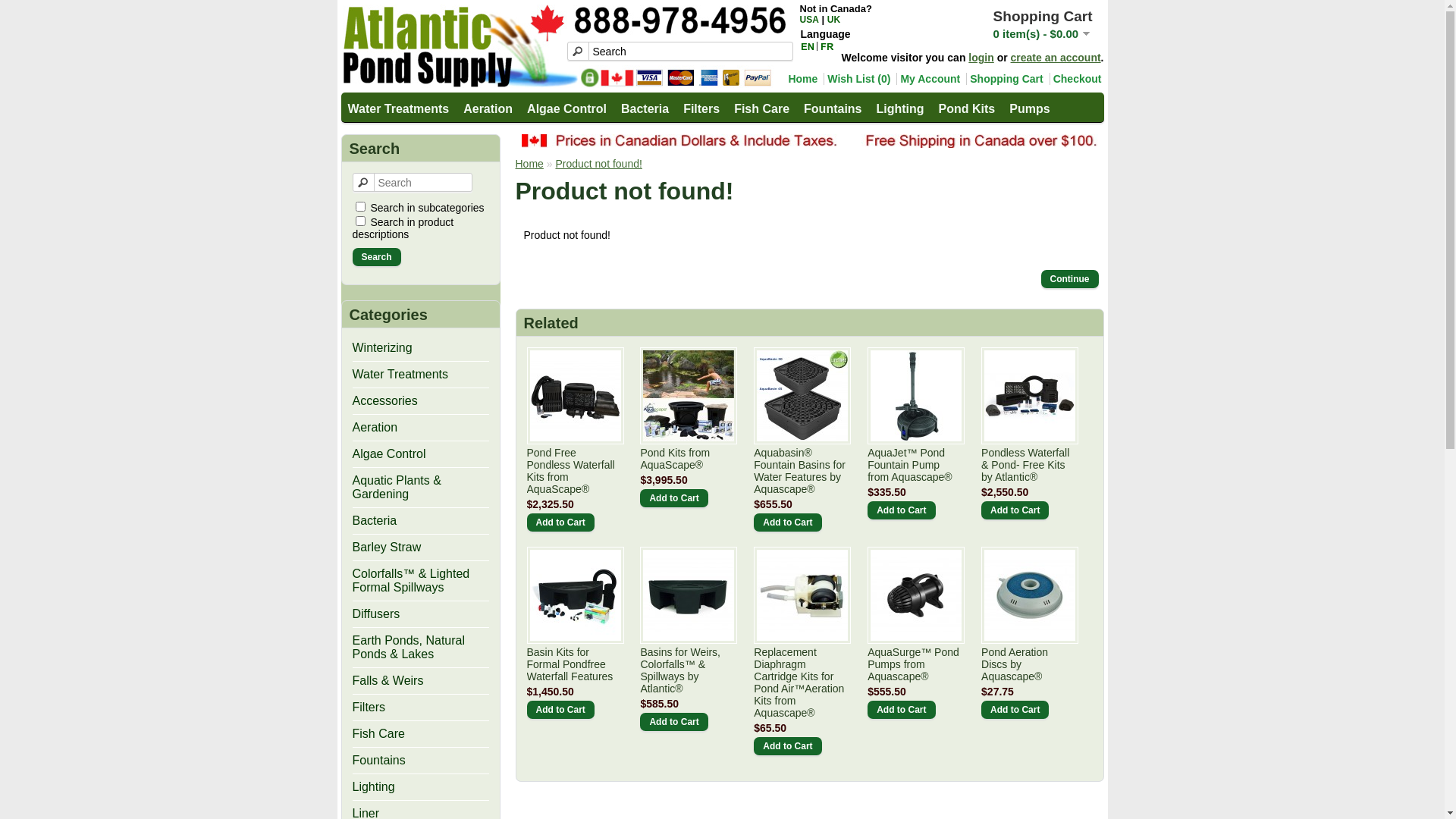 This screenshot has height=819, width=1456. I want to click on 'English', so click(807, 45).